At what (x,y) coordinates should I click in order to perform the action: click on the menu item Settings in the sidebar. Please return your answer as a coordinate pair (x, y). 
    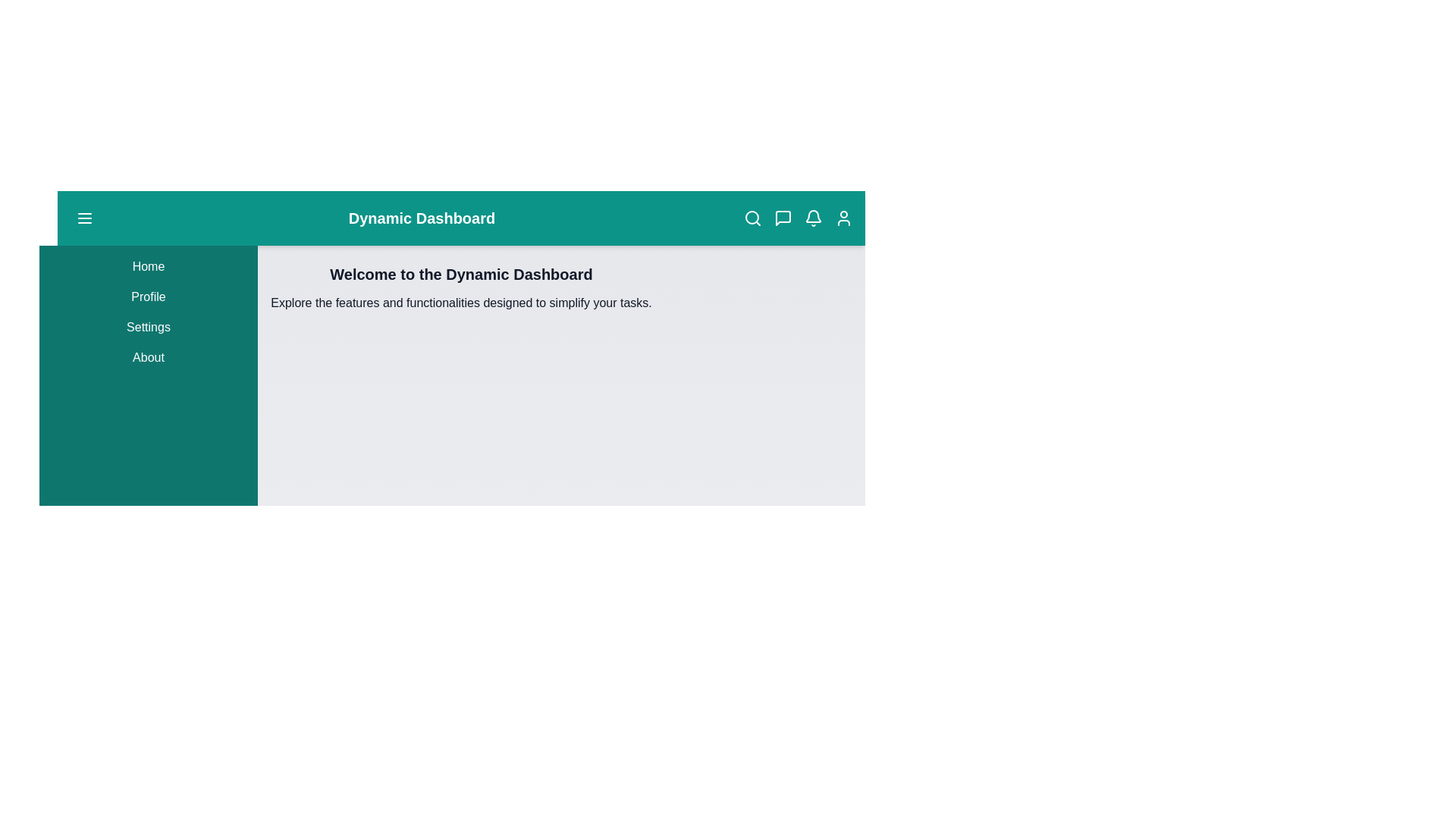
    Looking at the image, I should click on (149, 327).